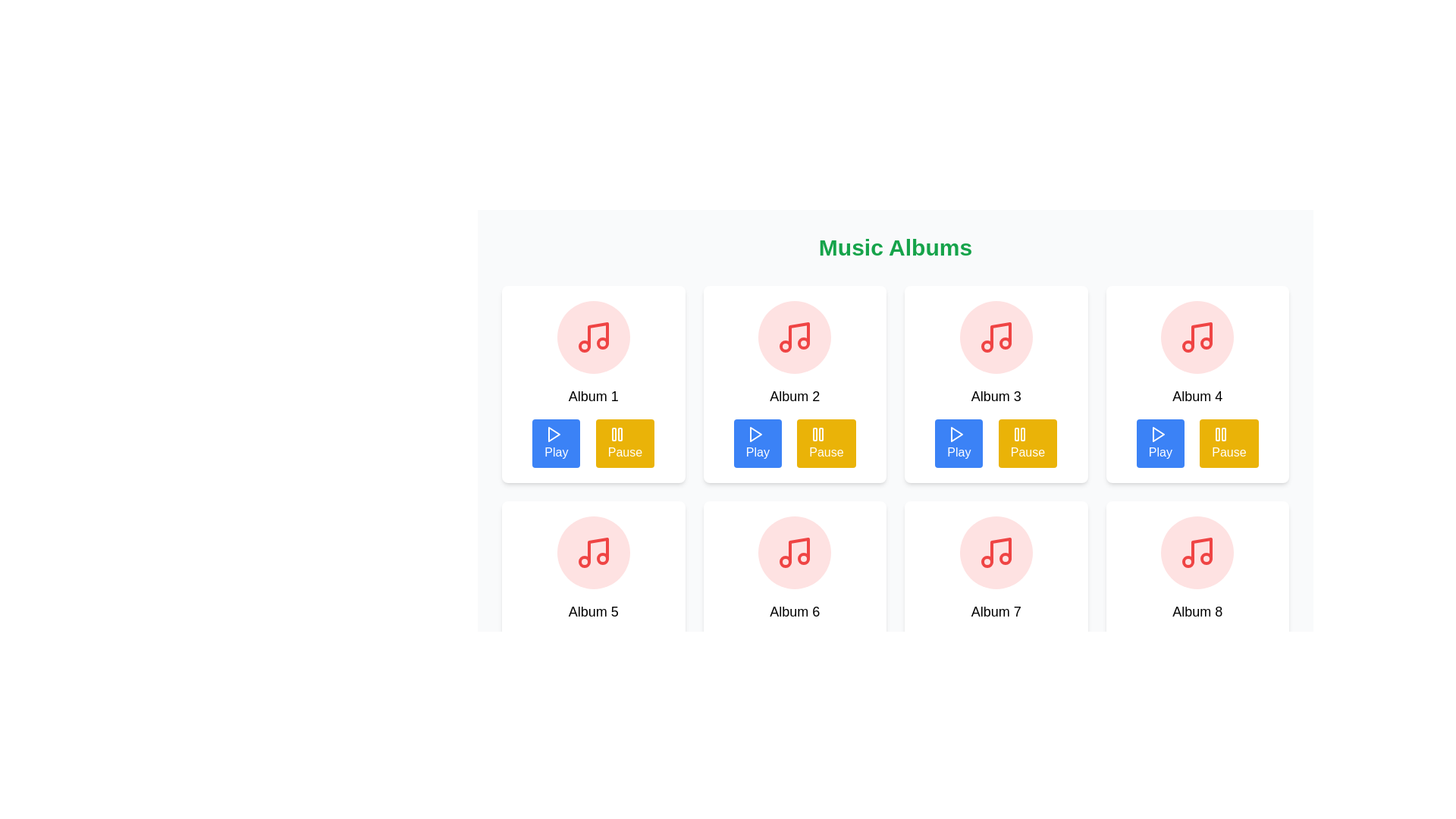  I want to click on the left-most circular SVG element of the music icon, located near the bottom-left of the music note shape, so click(1188, 561).